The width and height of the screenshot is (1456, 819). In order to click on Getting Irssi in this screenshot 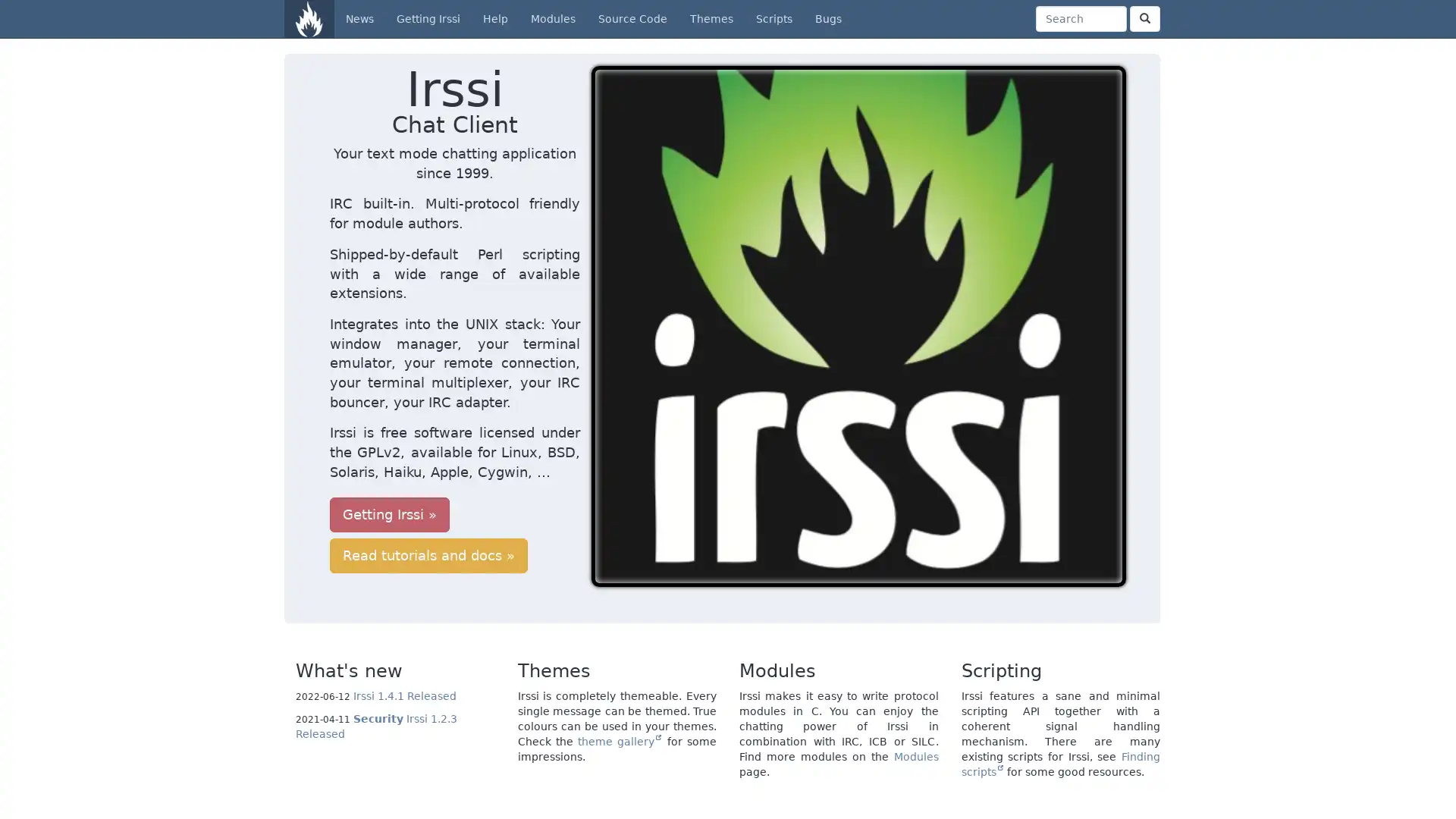, I will do `click(389, 435)`.